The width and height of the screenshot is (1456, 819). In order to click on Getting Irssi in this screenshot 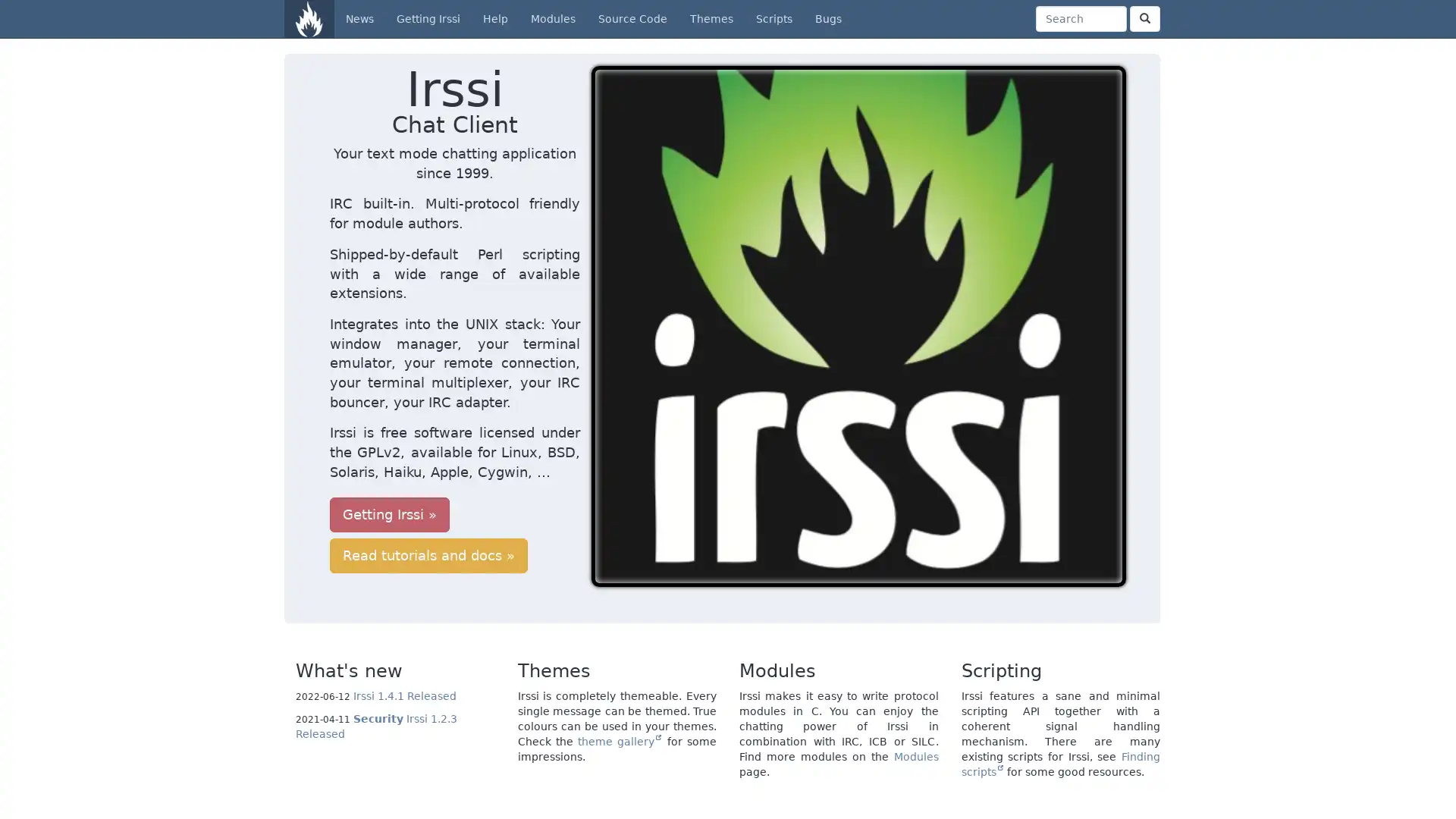, I will do `click(389, 435)`.